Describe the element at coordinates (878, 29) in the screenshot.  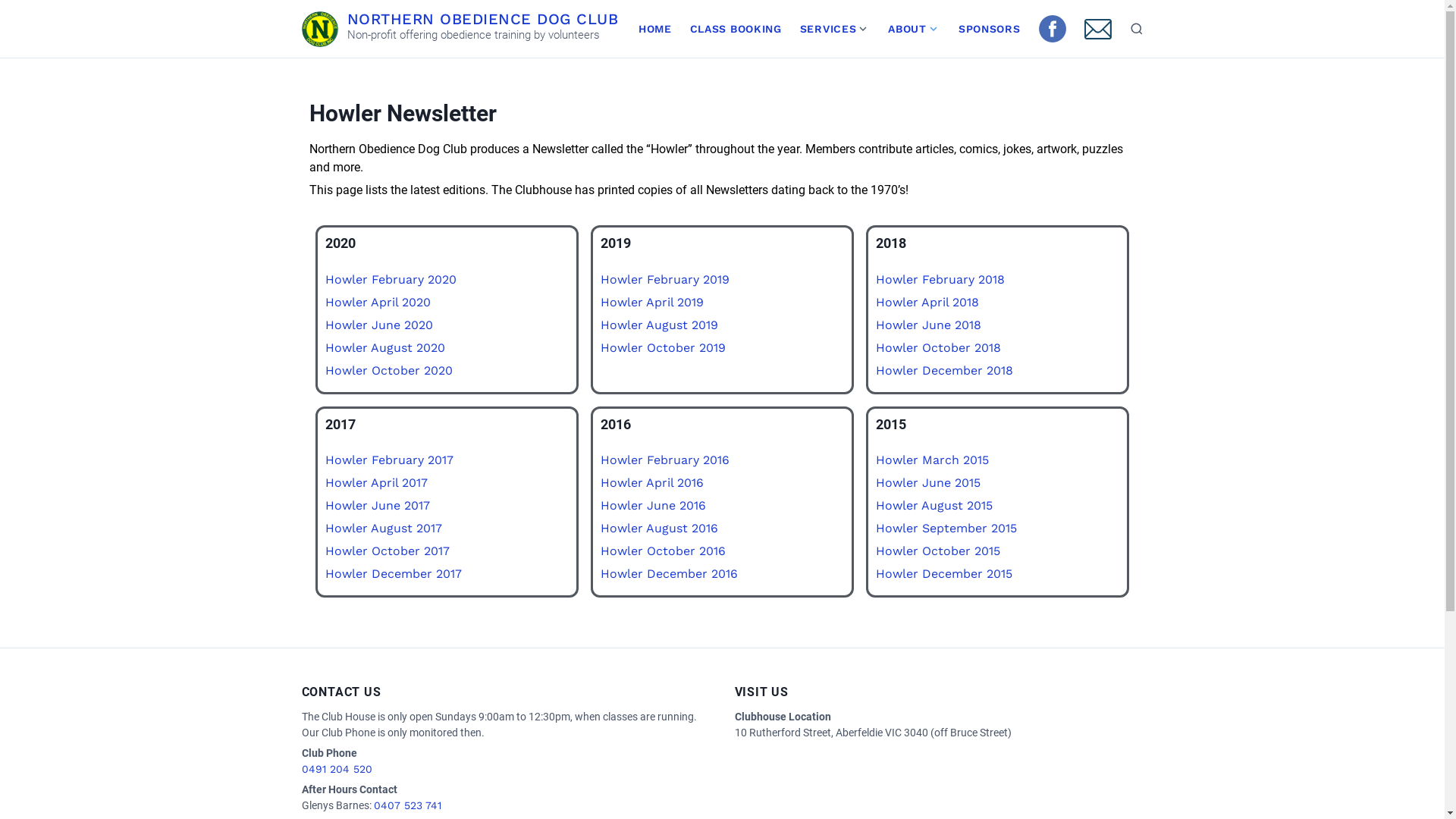
I see `'ABOUT'` at that location.